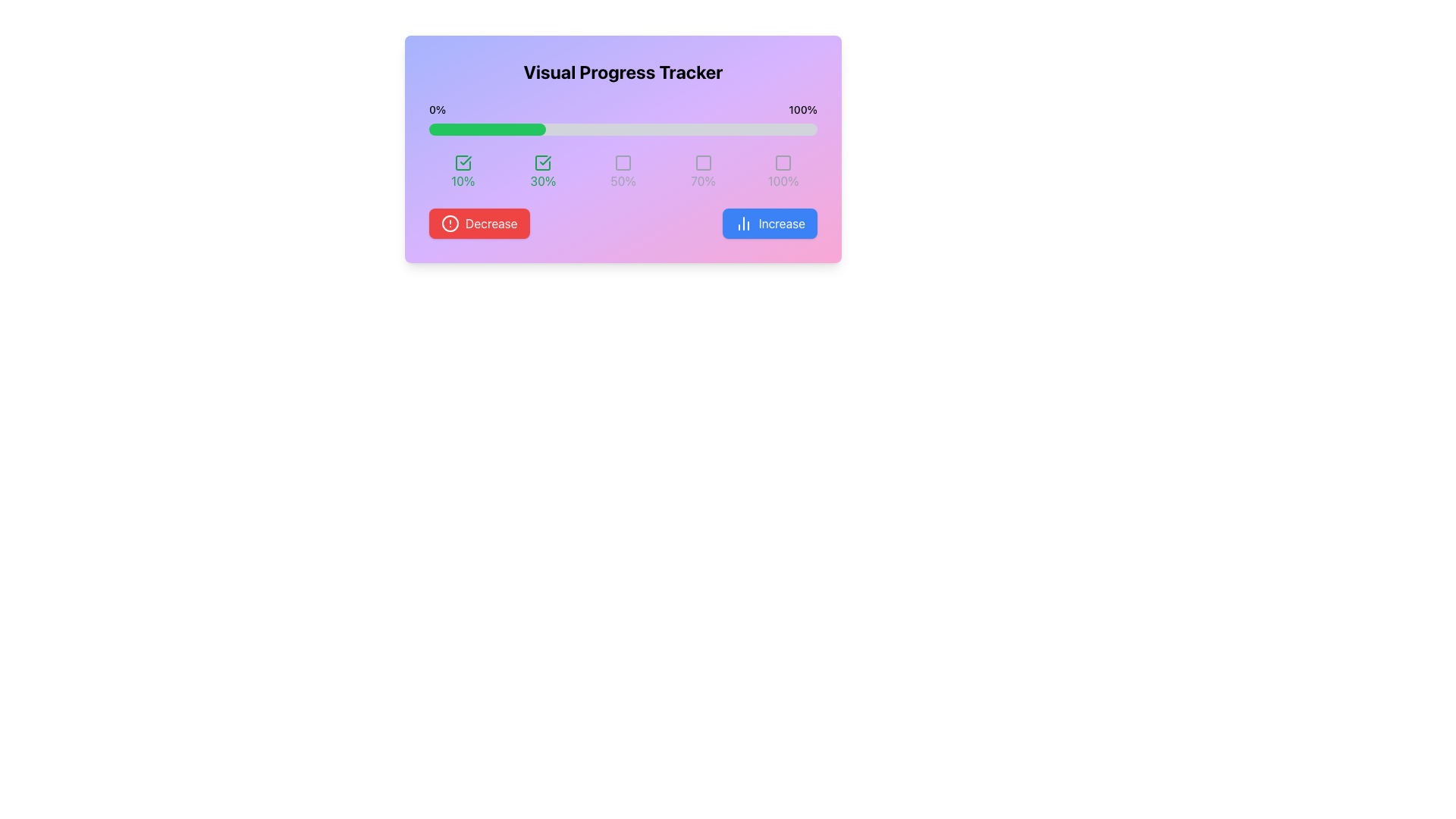  What do you see at coordinates (450, 223) in the screenshot?
I see `the circular alert icon located within the 'Decrease' button, which features a bold outer stroke and an exclamation mark, positioned on the bottom left side of the visual card` at bounding box center [450, 223].